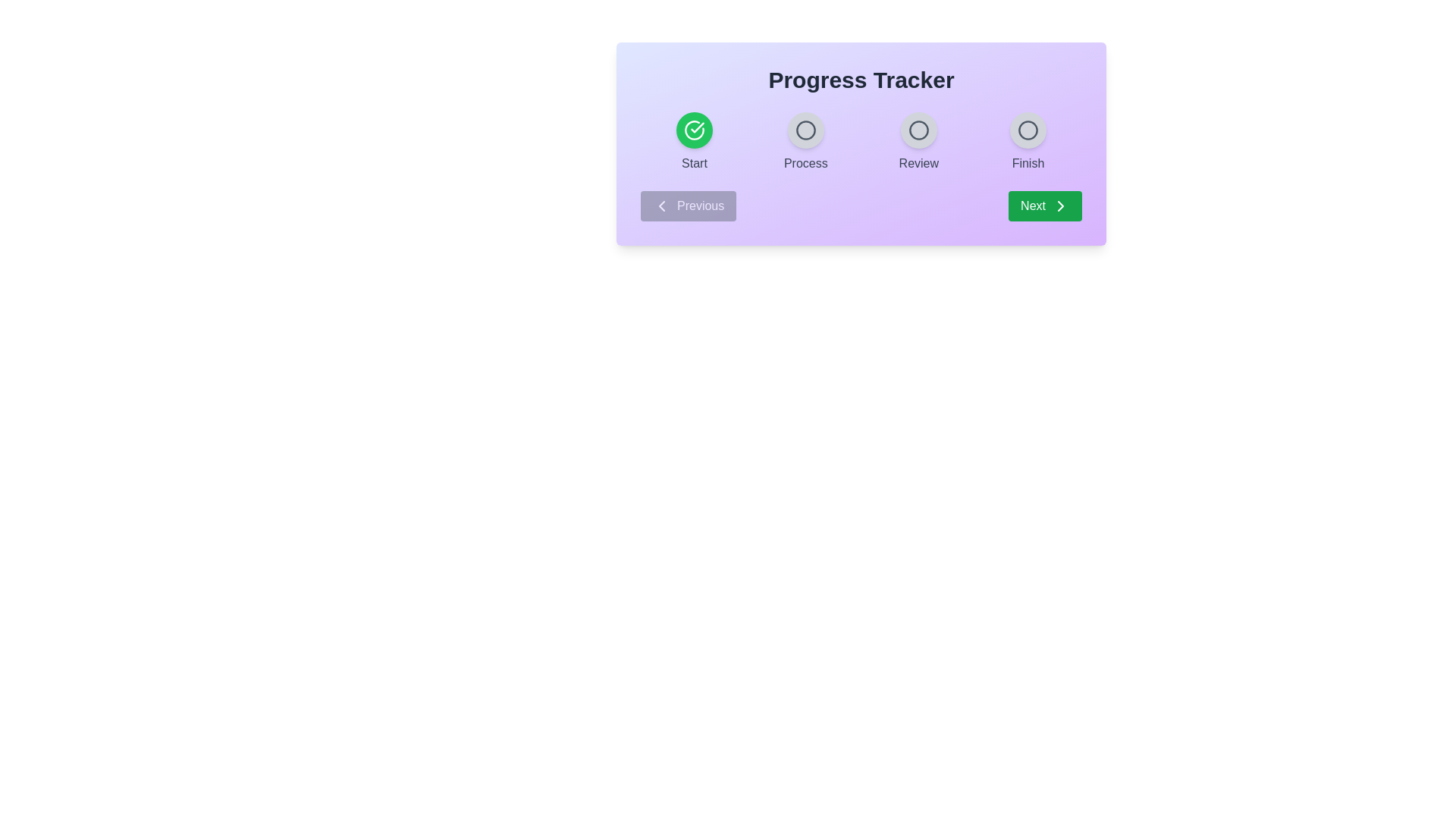 The width and height of the screenshot is (1456, 819). I want to click on the left-pointing chevron icon located at the left edge of the 'Previous' button in the bottom-left corner of the tracker interface, so click(662, 206).